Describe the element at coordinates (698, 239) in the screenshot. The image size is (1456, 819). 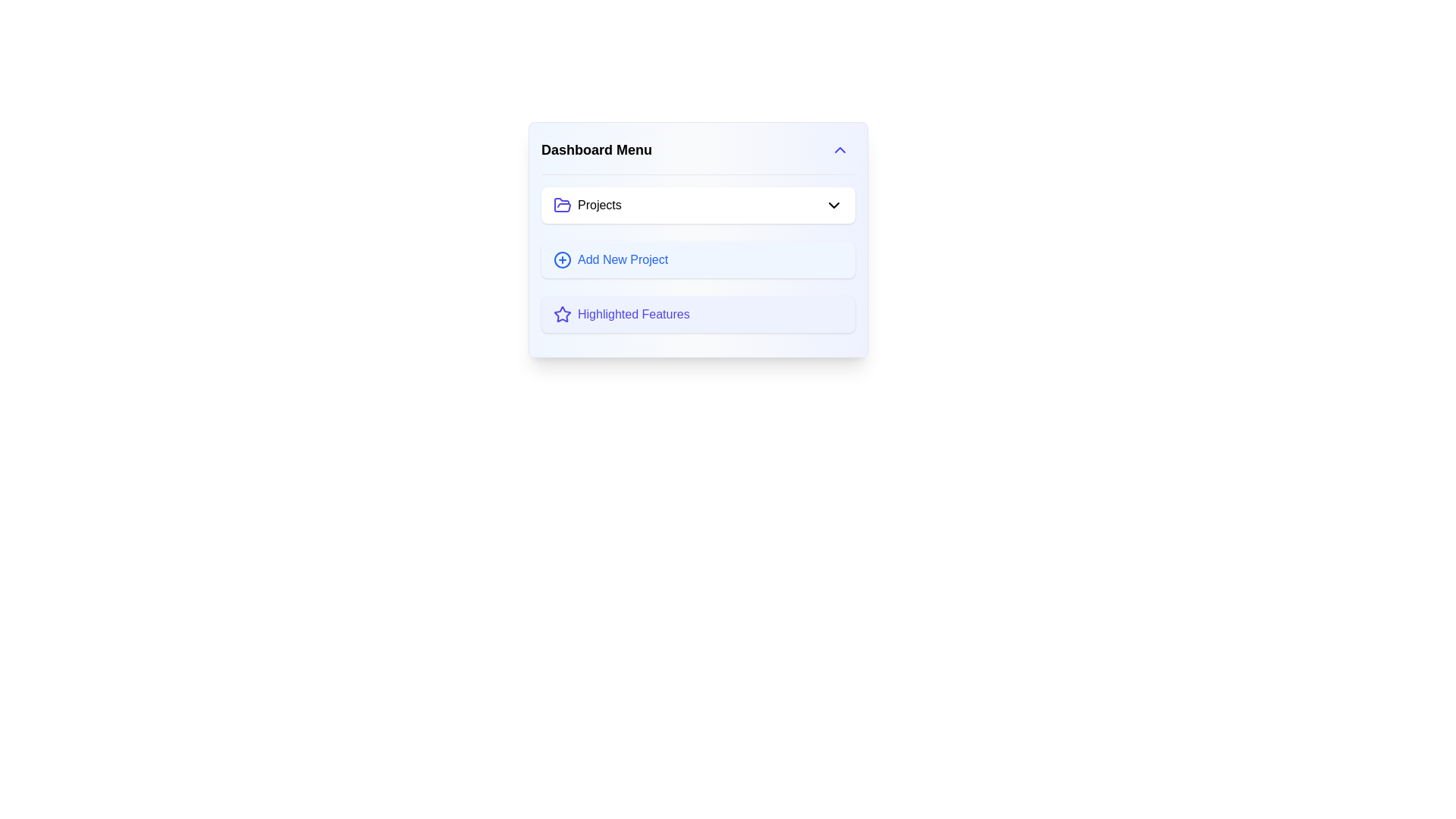
I see `the 'Dashboard Menu' to interact with the menu widget that contains options like 'Projects', 'Add New Project', and 'Highlighted Features'` at that location.